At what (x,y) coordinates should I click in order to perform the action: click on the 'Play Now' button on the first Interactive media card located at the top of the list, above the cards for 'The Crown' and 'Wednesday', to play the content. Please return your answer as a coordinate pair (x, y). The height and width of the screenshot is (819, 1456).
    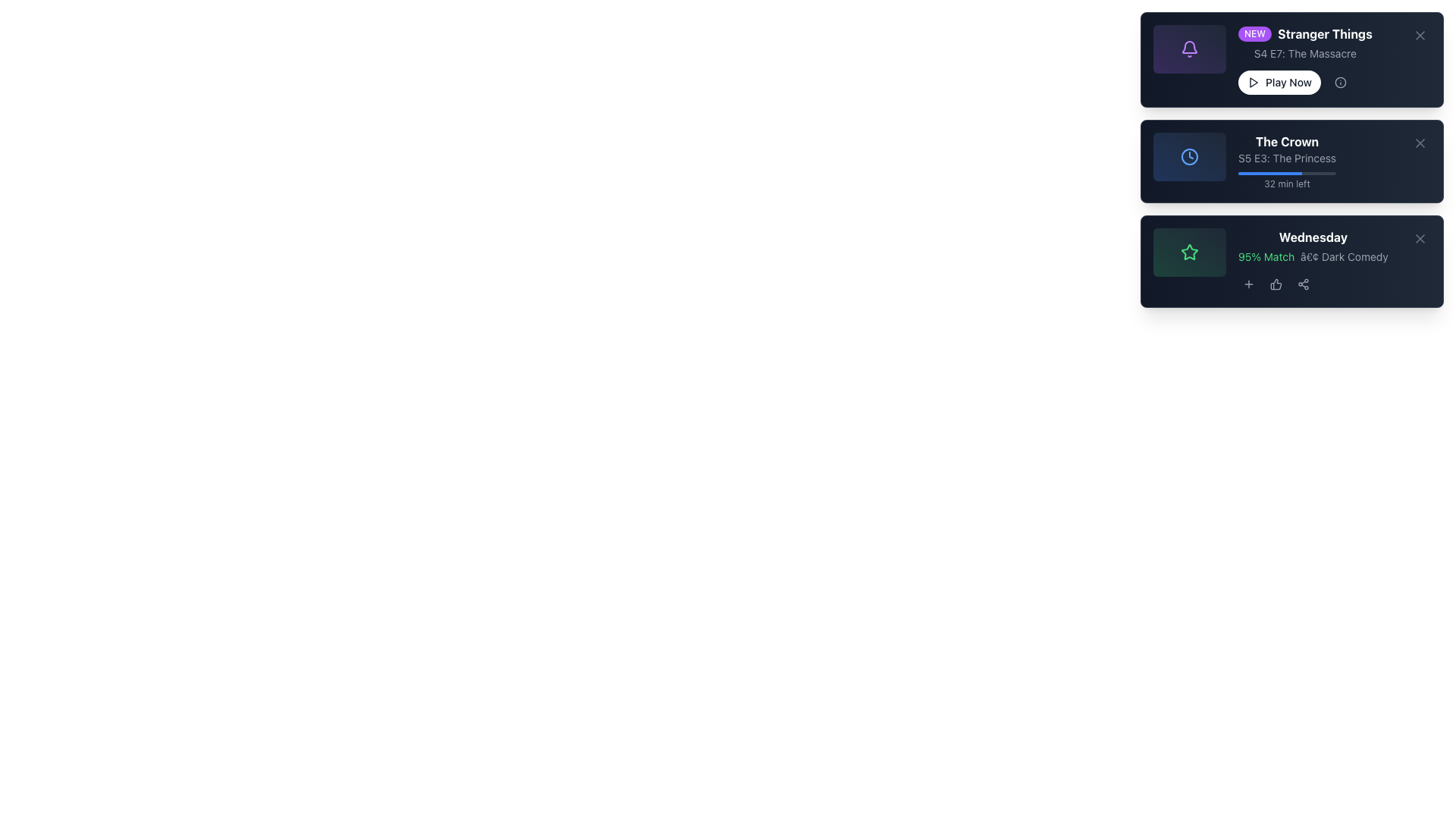
    Looking at the image, I should click on (1291, 58).